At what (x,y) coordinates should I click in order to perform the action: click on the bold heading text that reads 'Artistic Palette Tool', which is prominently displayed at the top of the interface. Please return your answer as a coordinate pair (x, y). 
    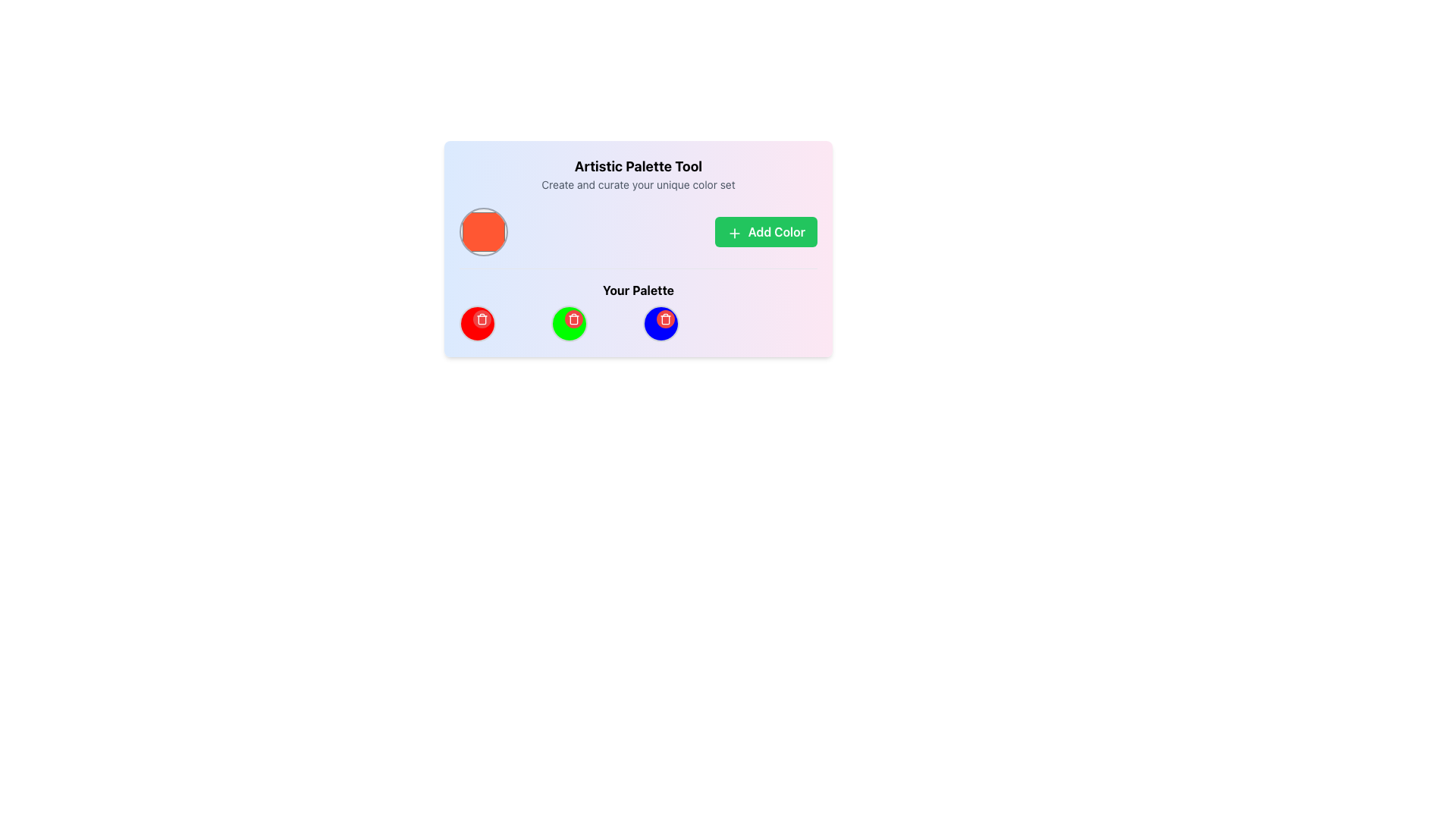
    Looking at the image, I should click on (638, 166).